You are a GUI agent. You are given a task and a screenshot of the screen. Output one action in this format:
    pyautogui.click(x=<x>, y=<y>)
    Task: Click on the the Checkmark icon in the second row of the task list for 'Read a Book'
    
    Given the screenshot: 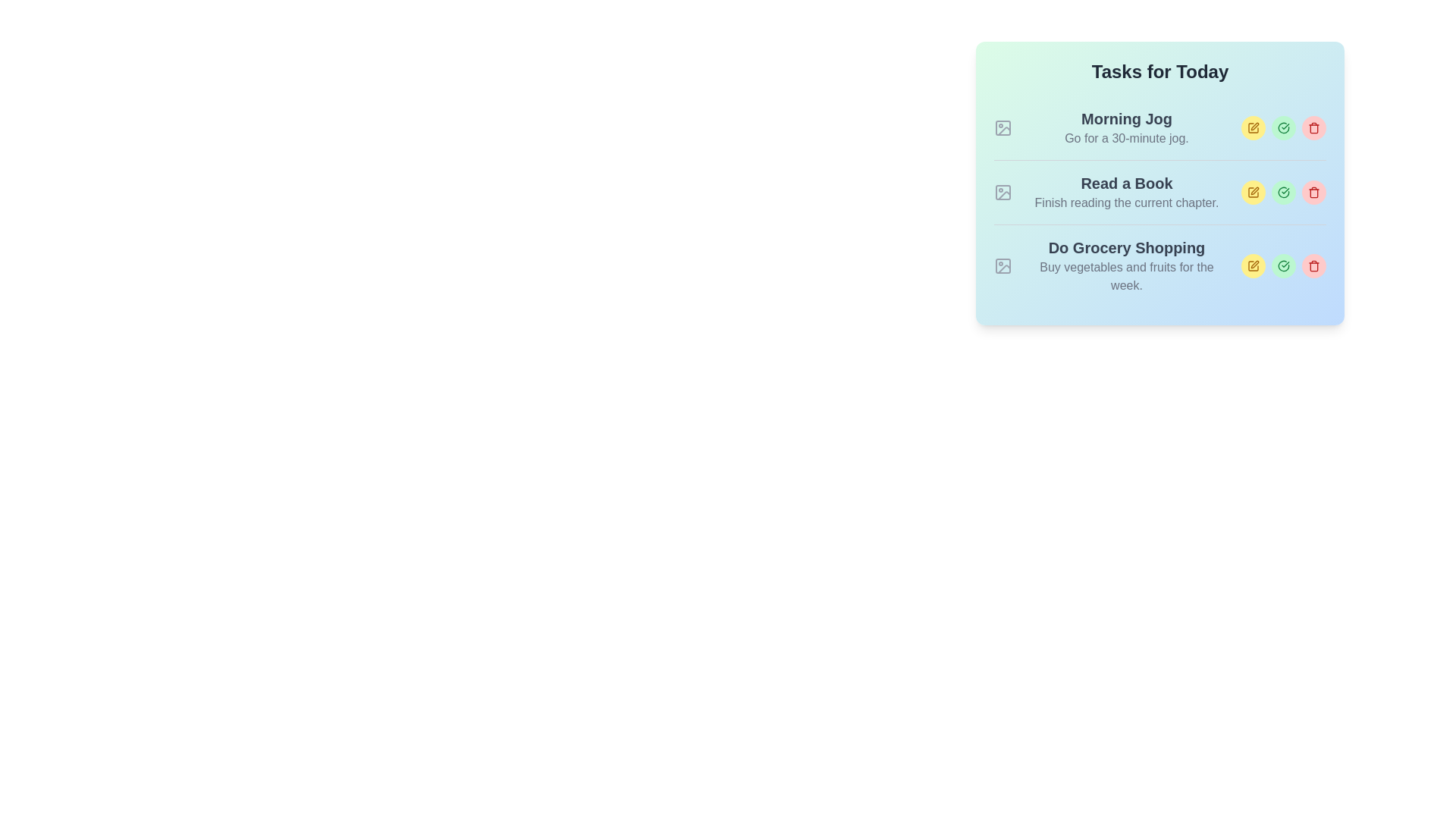 What is the action you would take?
    pyautogui.click(x=1283, y=192)
    